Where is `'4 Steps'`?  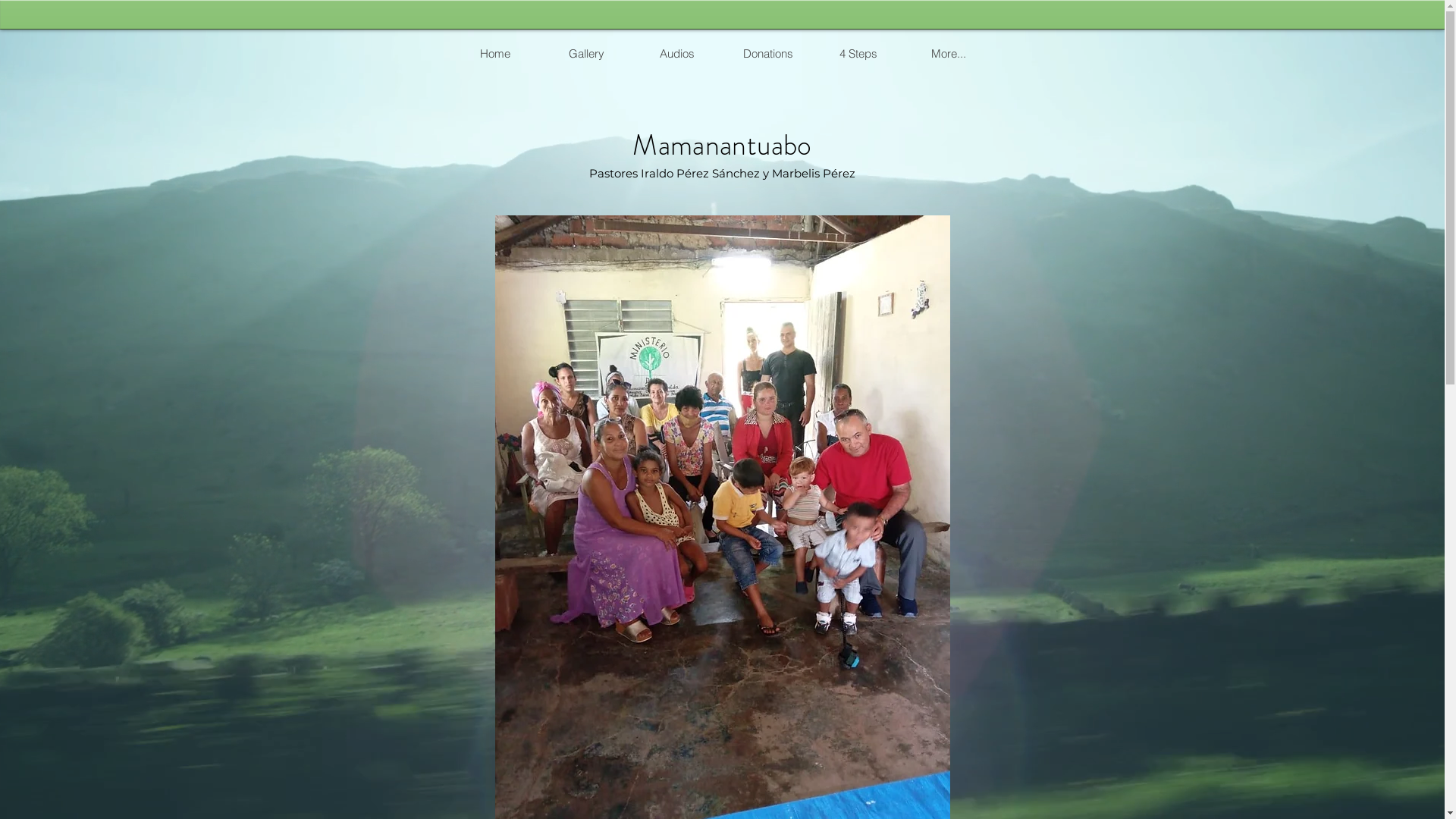
'4 Steps' is located at coordinates (858, 52).